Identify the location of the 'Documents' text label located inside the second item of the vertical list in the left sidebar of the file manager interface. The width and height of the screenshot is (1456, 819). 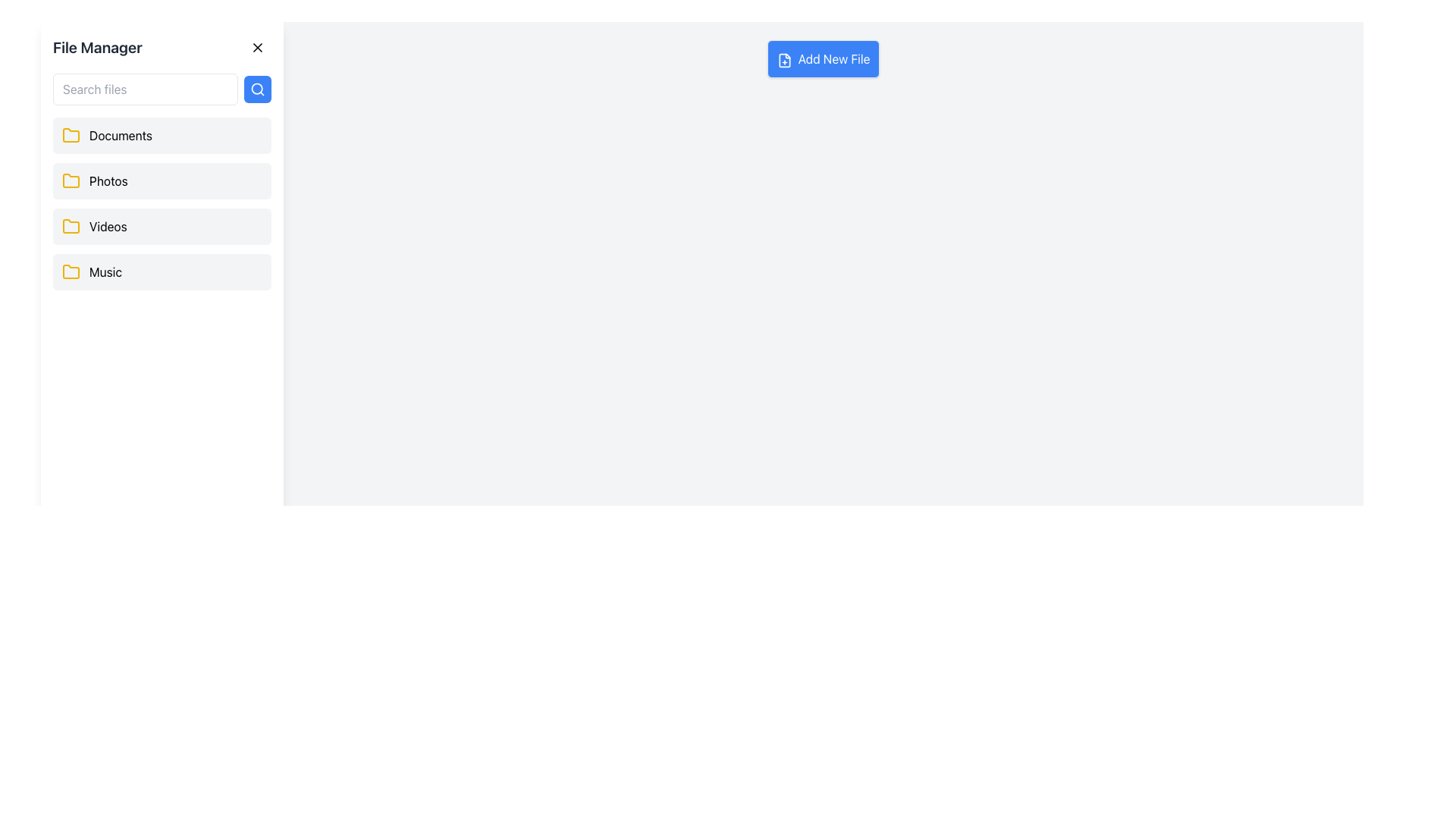
(120, 134).